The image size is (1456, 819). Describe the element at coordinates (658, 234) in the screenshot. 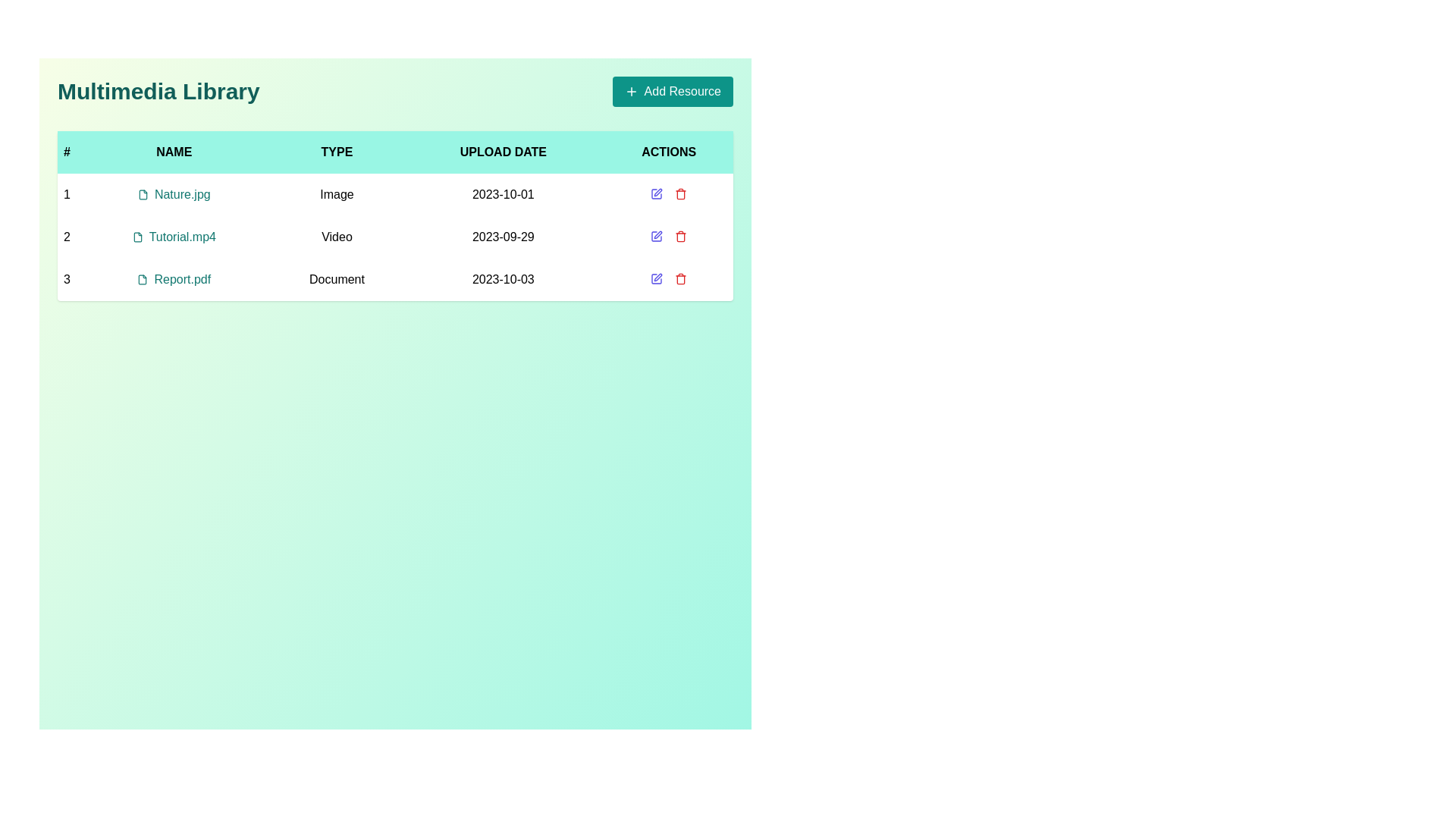

I see `the edit button located in the Actions column of the second row of the table, which is positioned to the left of the red trash bin icon` at that location.